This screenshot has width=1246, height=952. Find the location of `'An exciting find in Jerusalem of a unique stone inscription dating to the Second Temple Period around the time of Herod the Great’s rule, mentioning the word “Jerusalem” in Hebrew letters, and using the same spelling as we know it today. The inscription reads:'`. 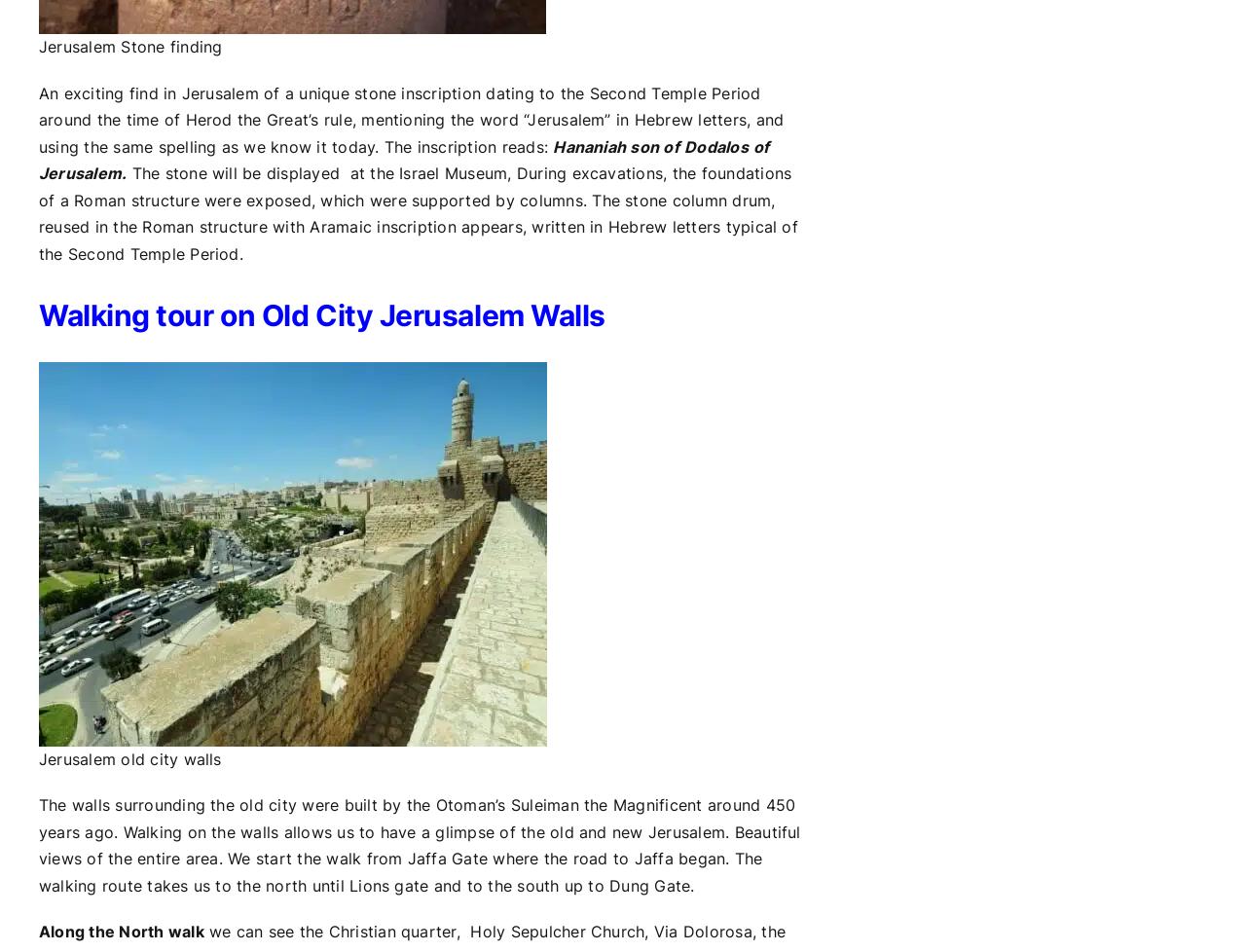

'An exciting find in Jerusalem of a unique stone inscription dating to the Second Temple Period around the time of Herod the Great’s rule, mentioning the word “Jerusalem” in Hebrew letters, and using the same spelling as we know it today. The inscription reads:' is located at coordinates (38, 119).